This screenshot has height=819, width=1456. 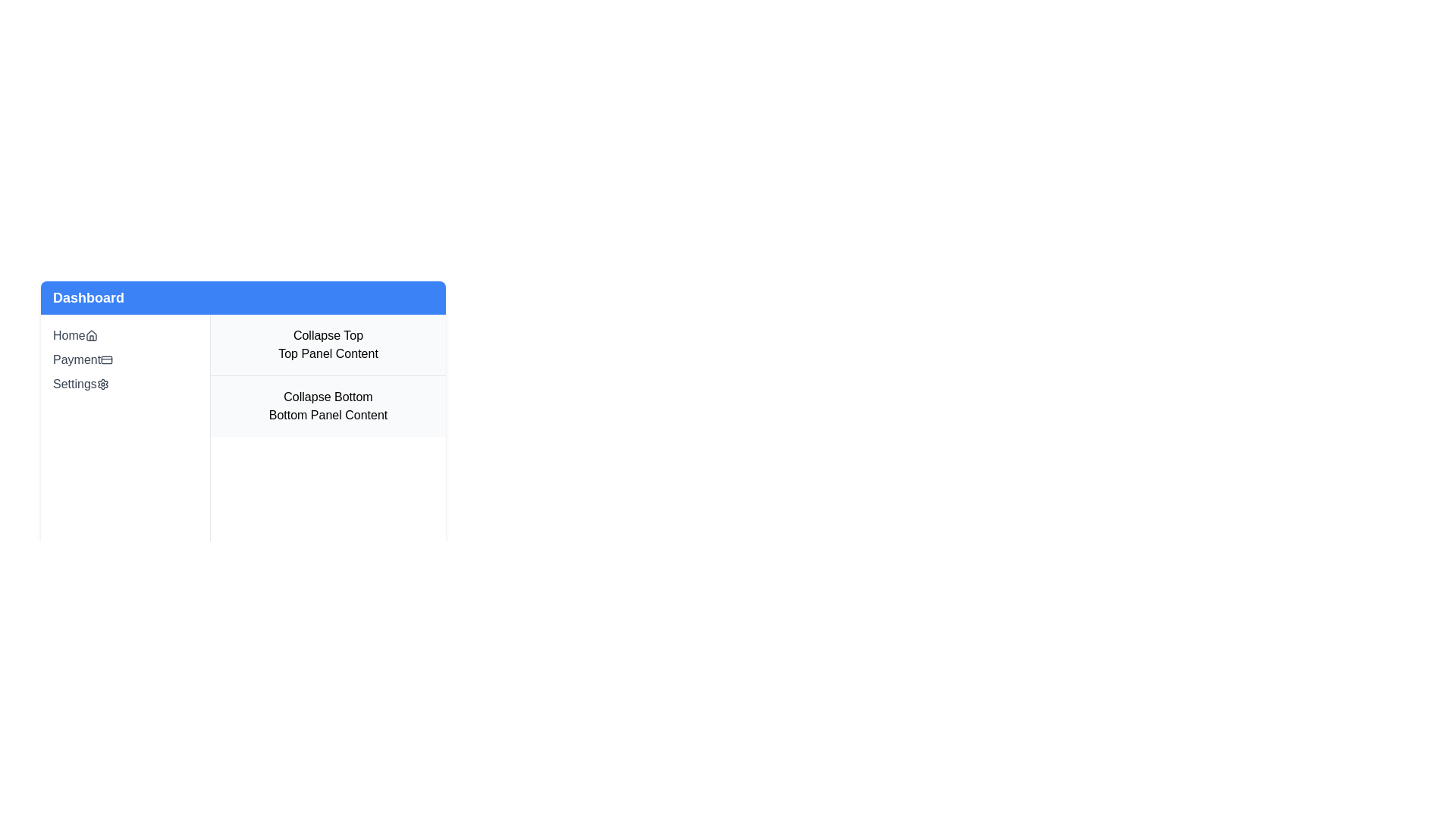 I want to click on the rectangular element within the 'Payment' menu item icon, which is located between the 'Home' and 'Settings' items in the main navigation section, so click(x=106, y=359).